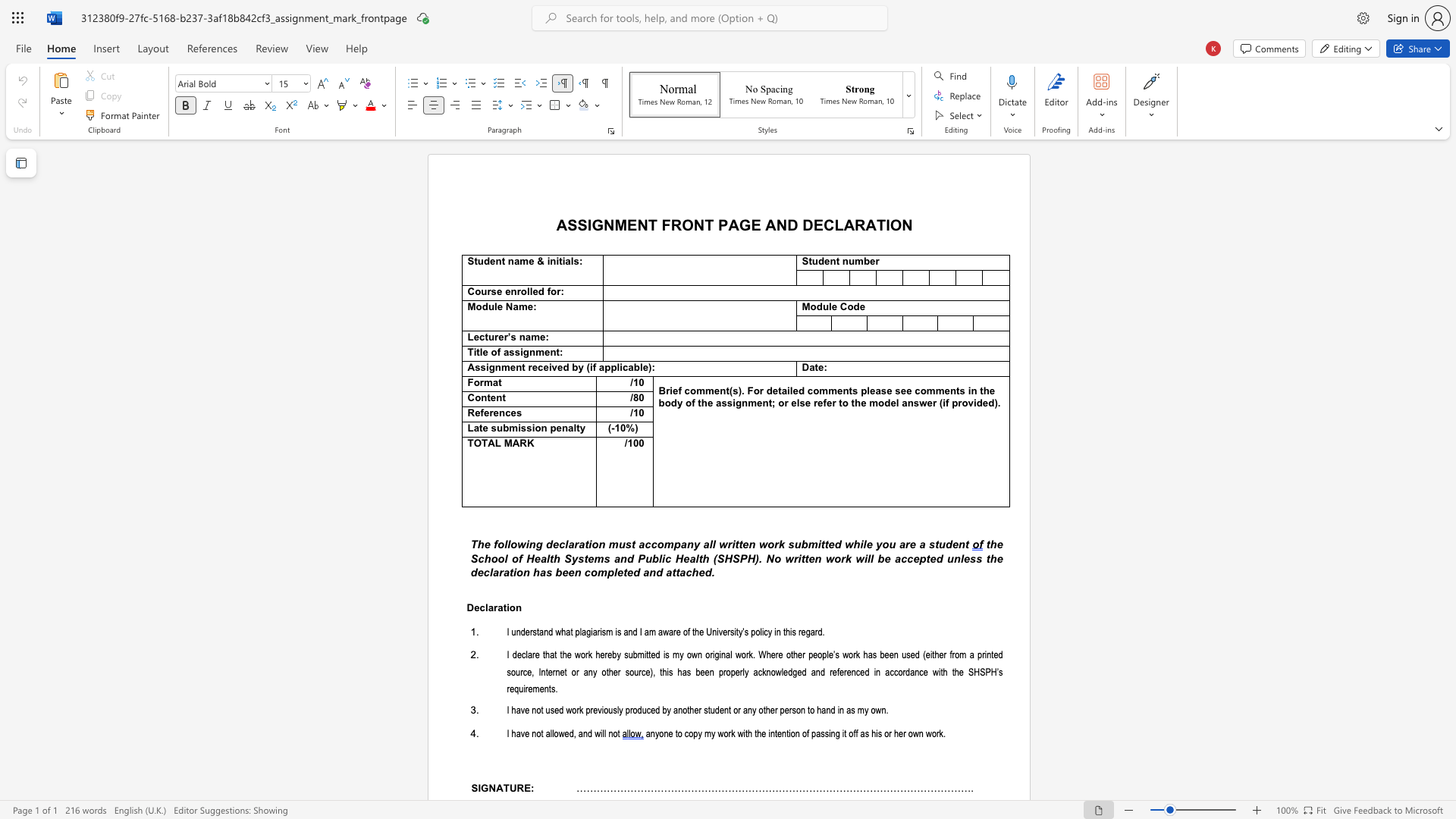  What do you see at coordinates (855, 260) in the screenshot?
I see `the space between the continuous character "u" and "m" in the text` at bounding box center [855, 260].